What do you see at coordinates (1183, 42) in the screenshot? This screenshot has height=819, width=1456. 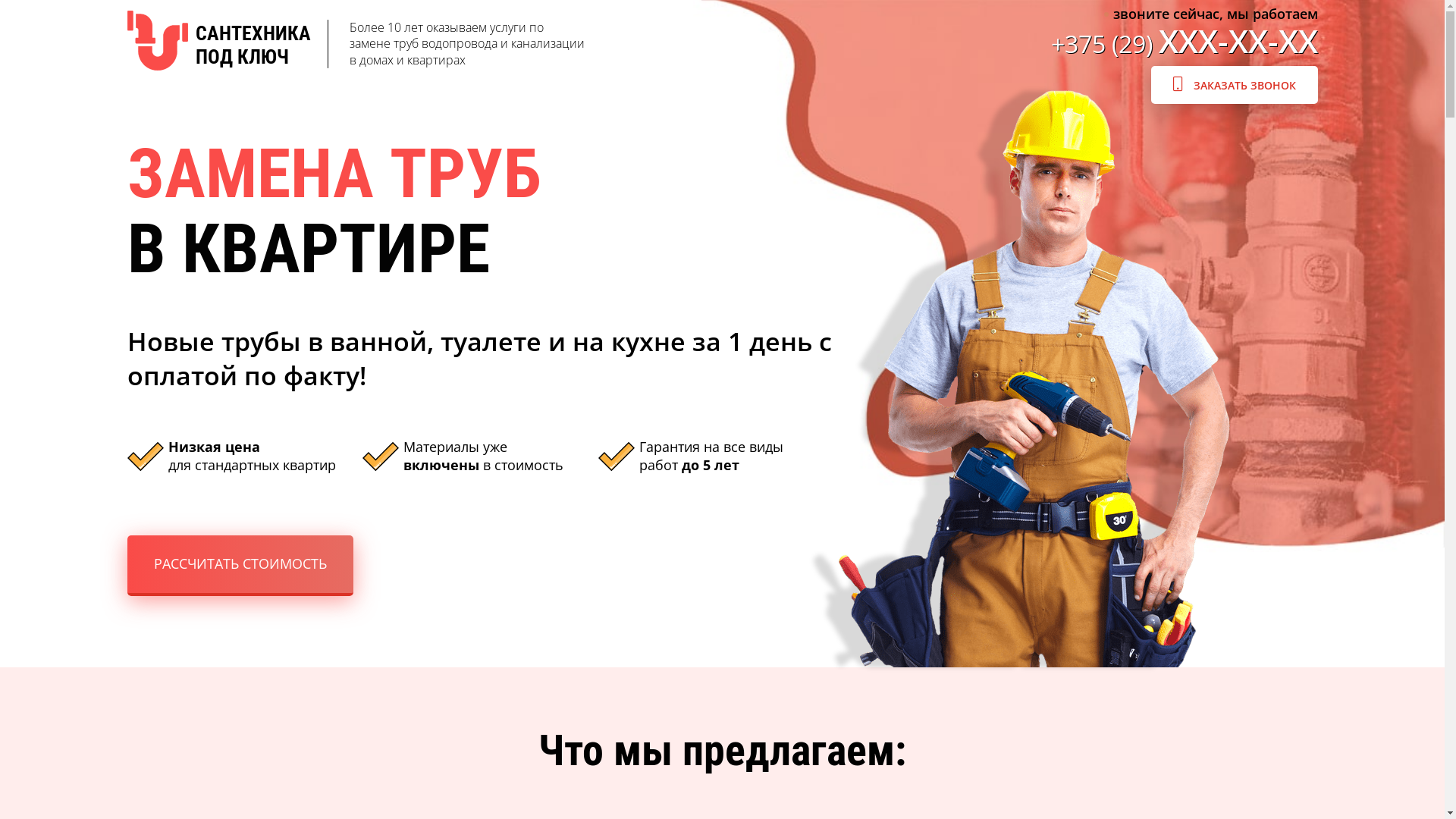 I see `'+375 (29) XXX-XX-XX'` at bounding box center [1183, 42].